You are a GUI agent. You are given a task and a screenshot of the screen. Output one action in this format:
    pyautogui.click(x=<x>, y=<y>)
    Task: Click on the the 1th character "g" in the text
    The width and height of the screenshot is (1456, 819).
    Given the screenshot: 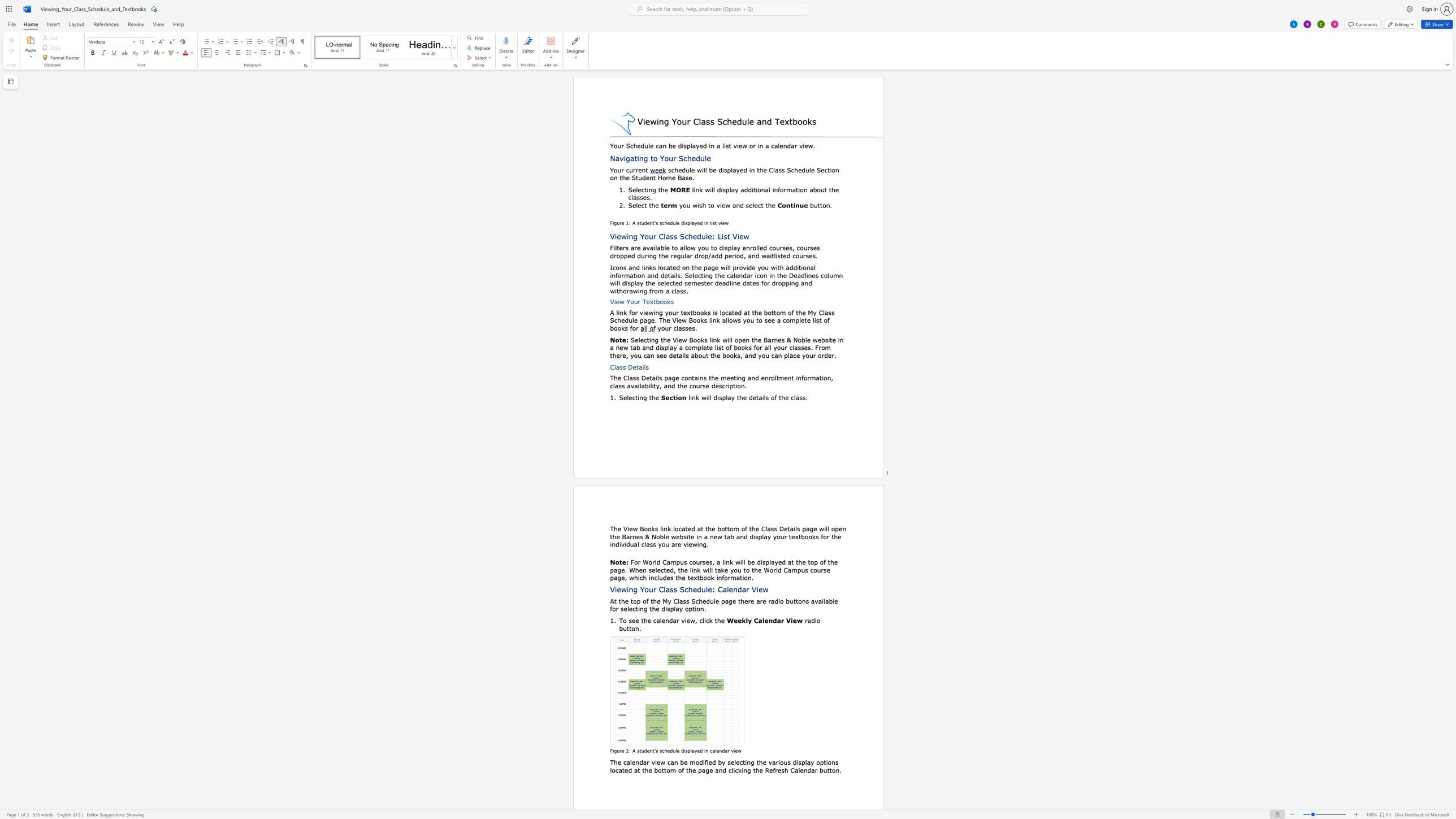 What is the action you would take?
    pyautogui.click(x=644, y=397)
    